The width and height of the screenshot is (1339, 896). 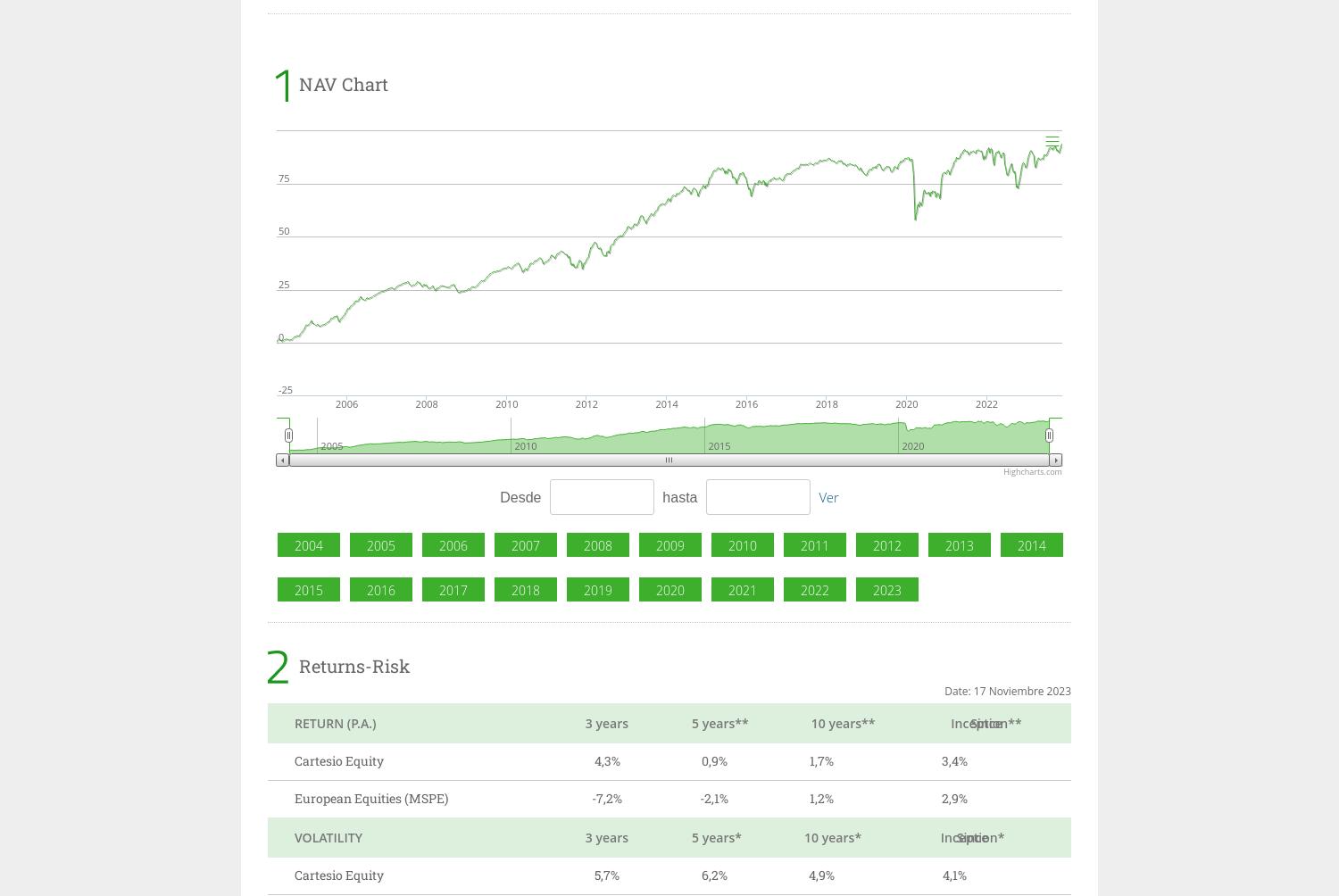 I want to click on '5,7%', so click(x=606, y=874).